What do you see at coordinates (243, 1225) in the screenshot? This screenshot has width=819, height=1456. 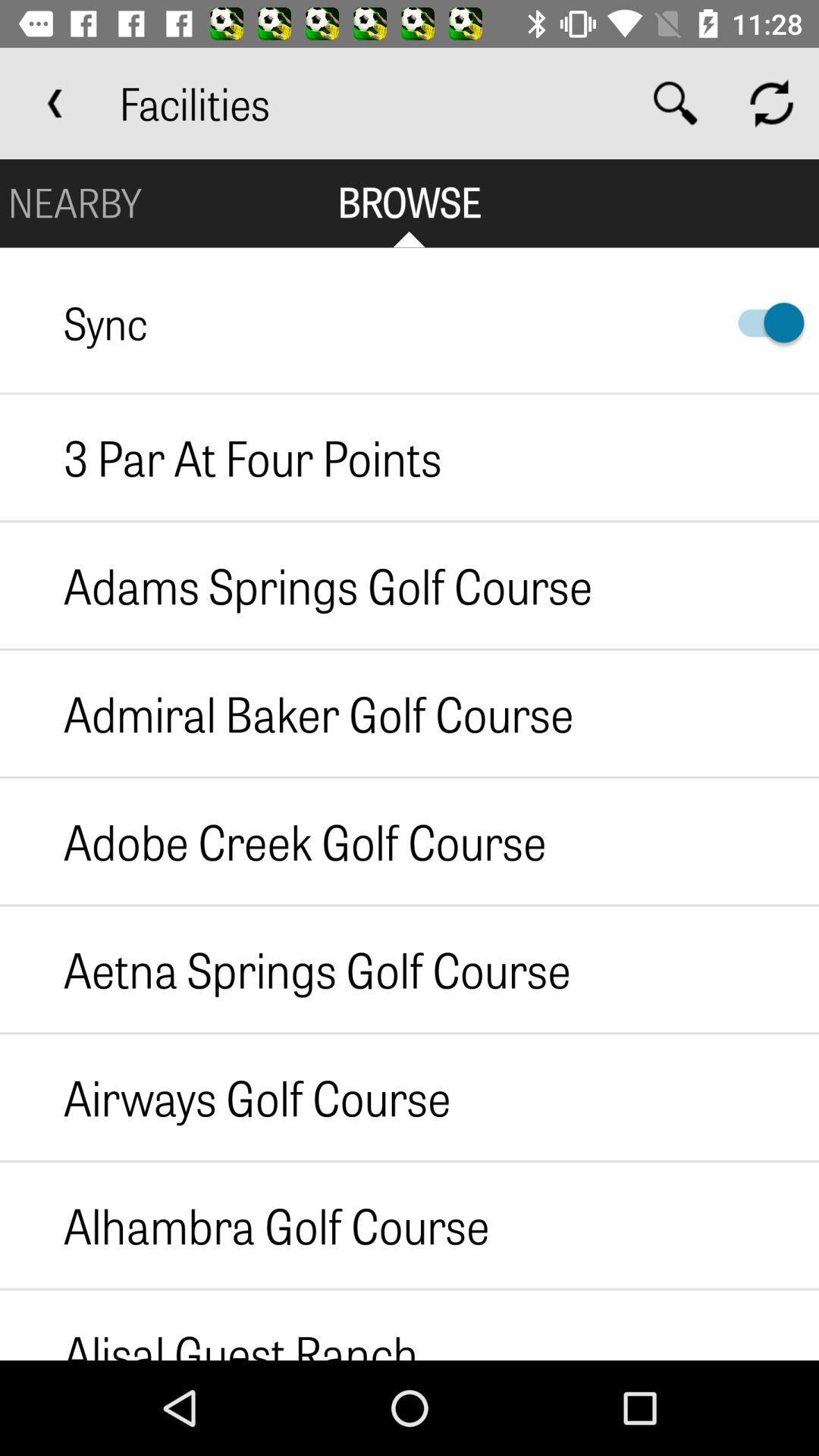 I see `item below the airways golf course` at bounding box center [243, 1225].